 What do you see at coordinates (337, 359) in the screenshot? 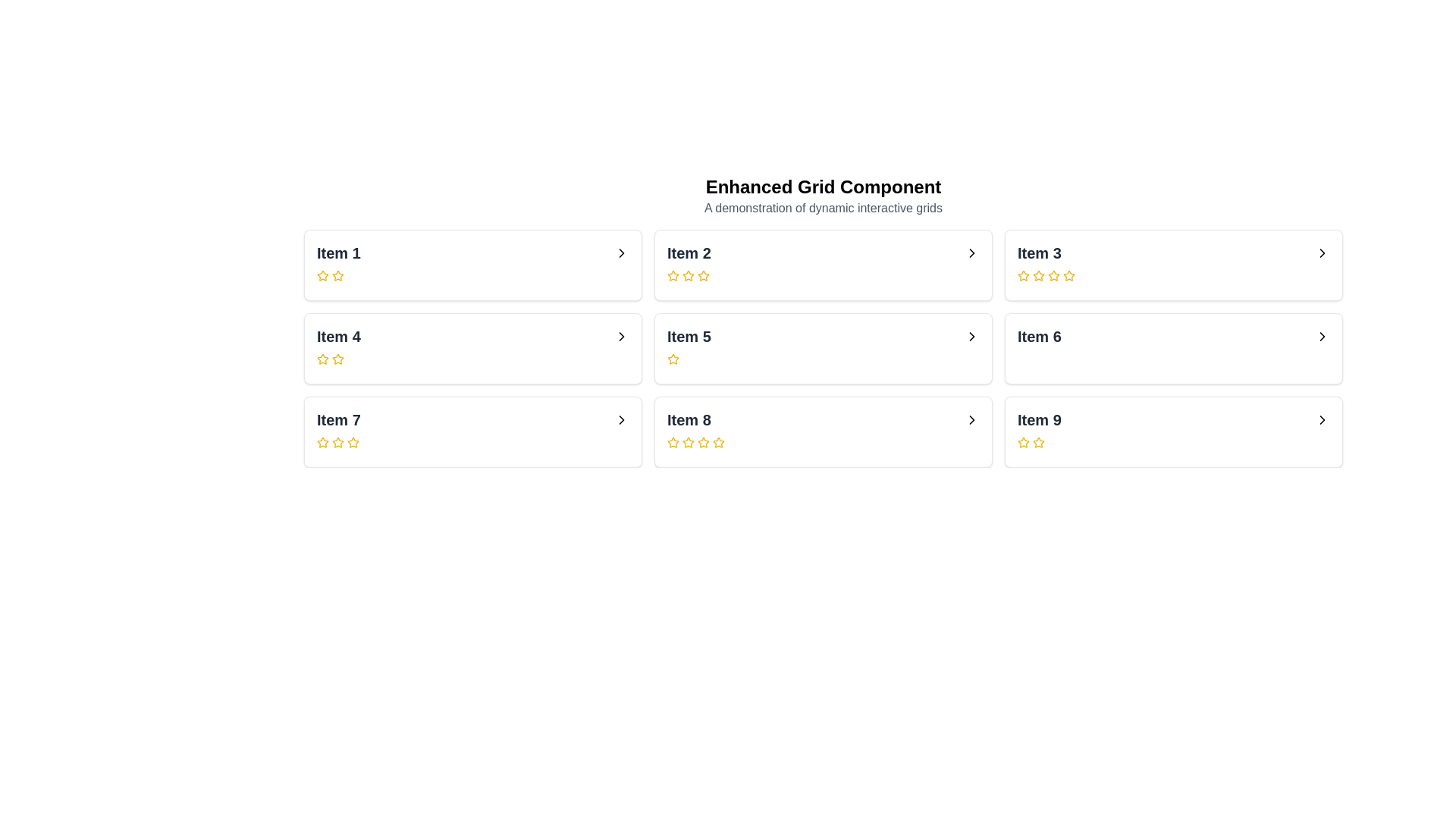
I see `the third star icon in the rating row for 'Item 4'` at bounding box center [337, 359].